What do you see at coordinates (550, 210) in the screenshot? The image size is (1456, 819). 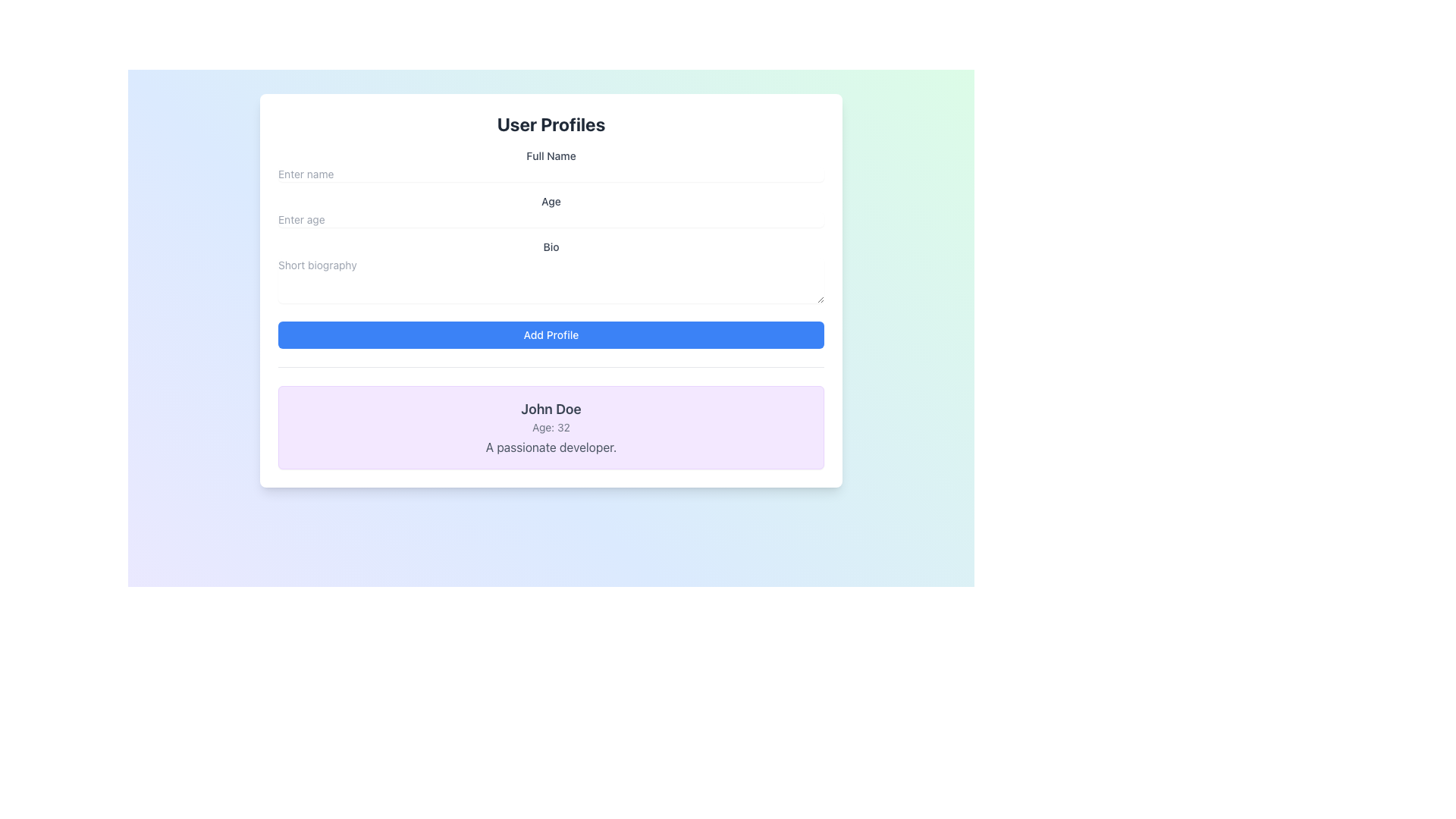 I see `the static text label indicating the expected input as age, which is positioned directly above the text input field for entering age and below the label for 'Full Name'` at bounding box center [550, 210].